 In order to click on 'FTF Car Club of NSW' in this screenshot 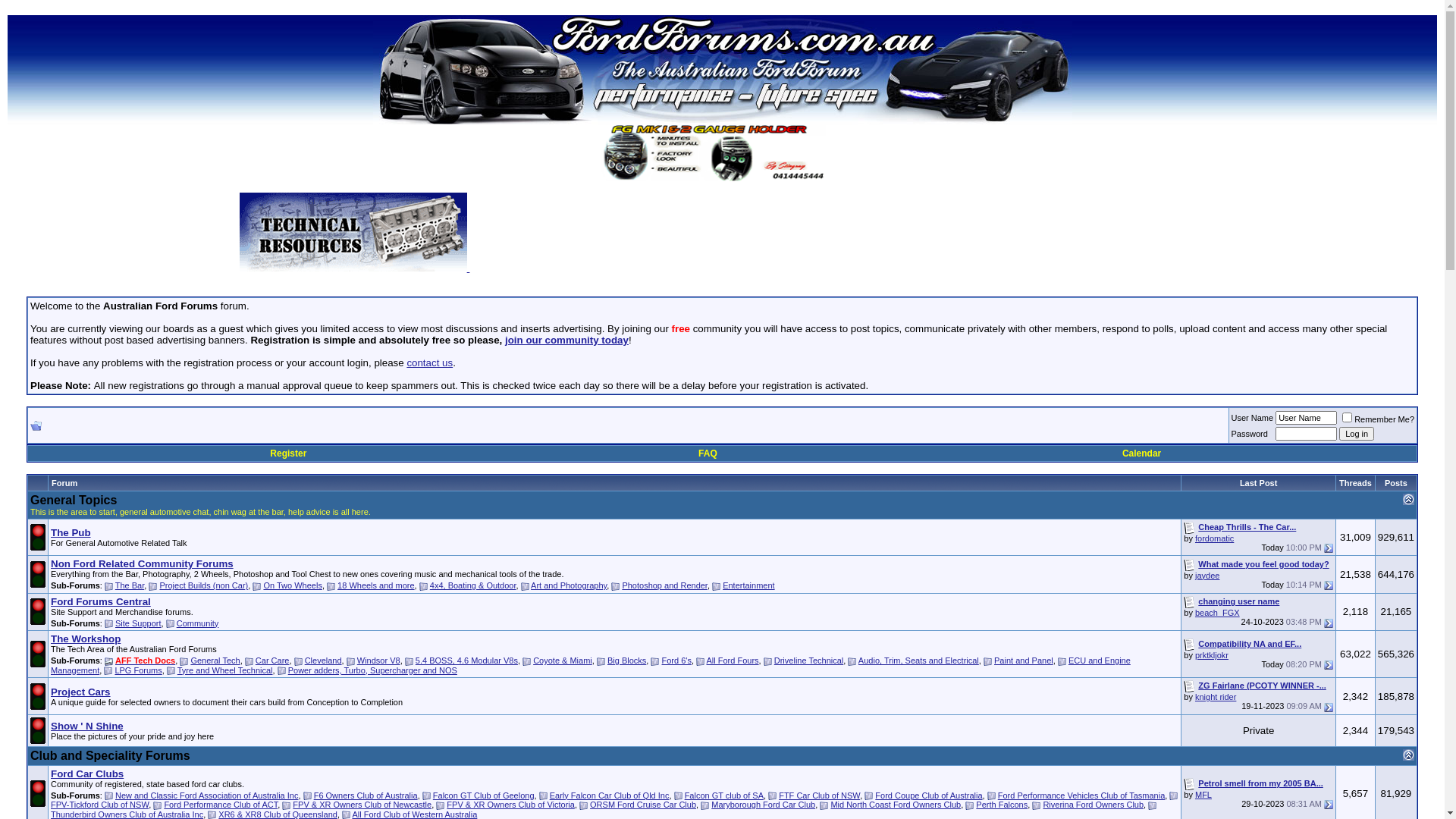, I will do `click(779, 795)`.